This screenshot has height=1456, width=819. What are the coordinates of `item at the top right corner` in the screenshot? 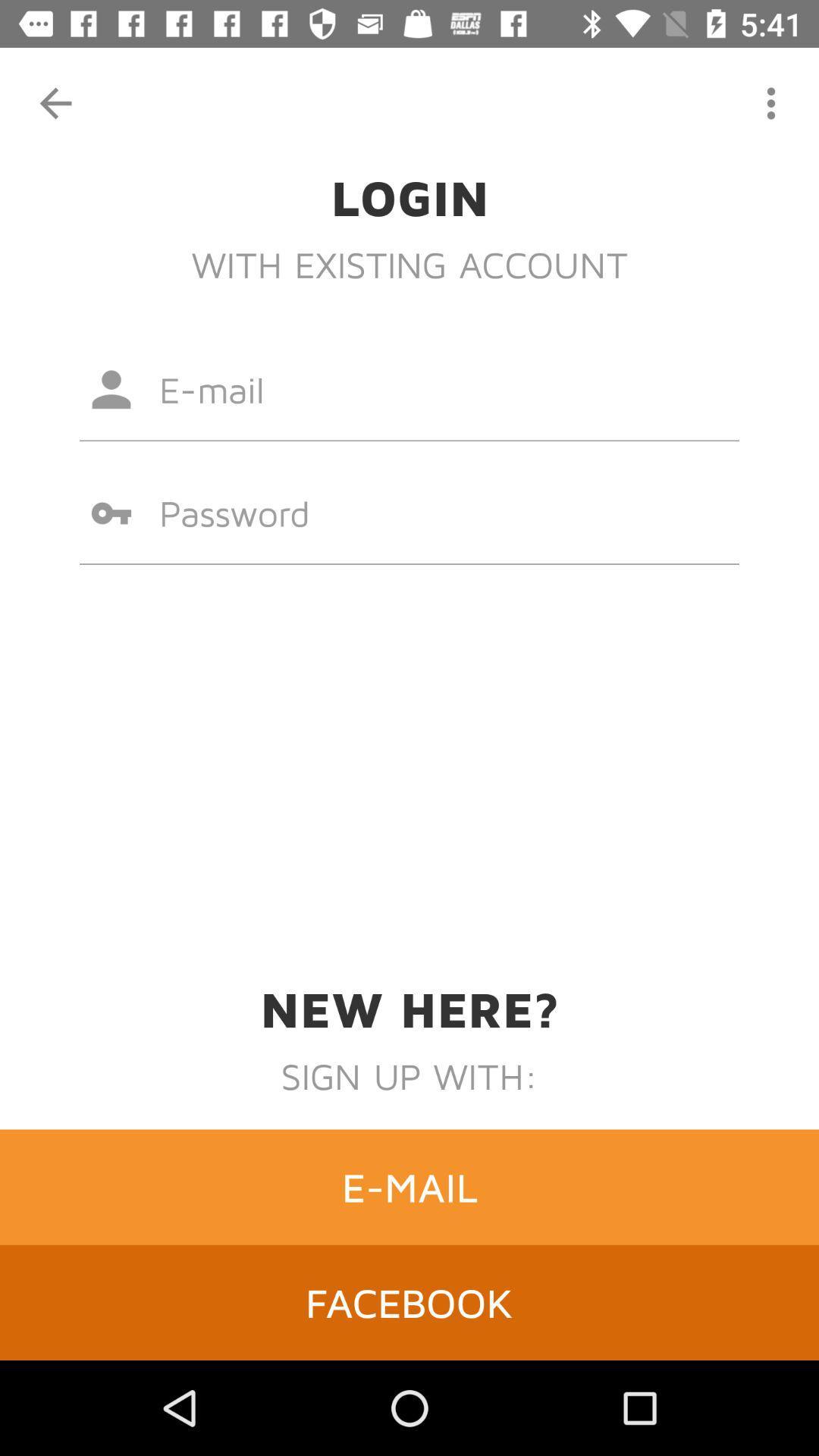 It's located at (771, 102).